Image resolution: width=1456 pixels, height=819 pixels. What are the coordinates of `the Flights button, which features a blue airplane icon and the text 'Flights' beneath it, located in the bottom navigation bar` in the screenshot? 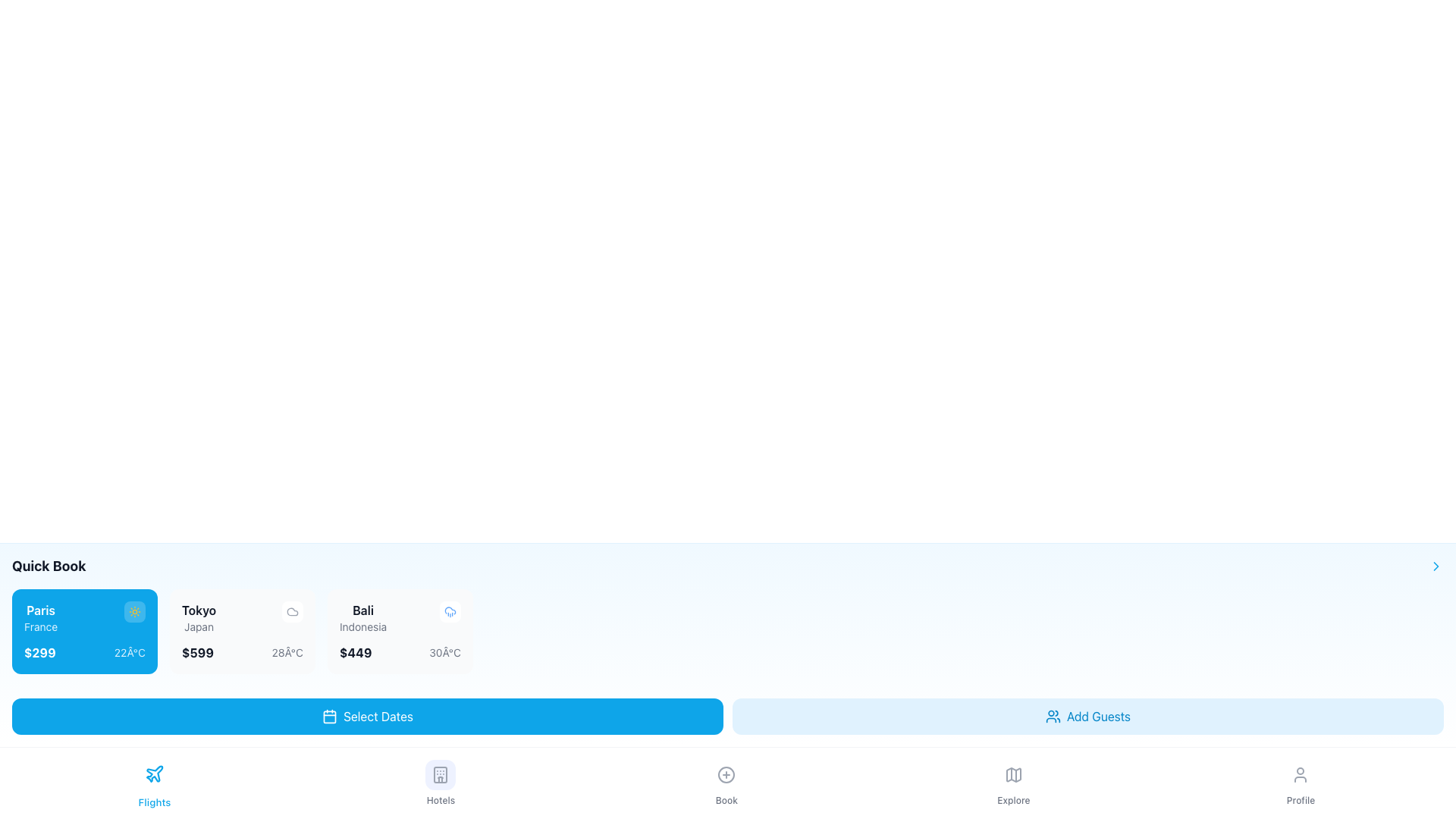 It's located at (155, 783).